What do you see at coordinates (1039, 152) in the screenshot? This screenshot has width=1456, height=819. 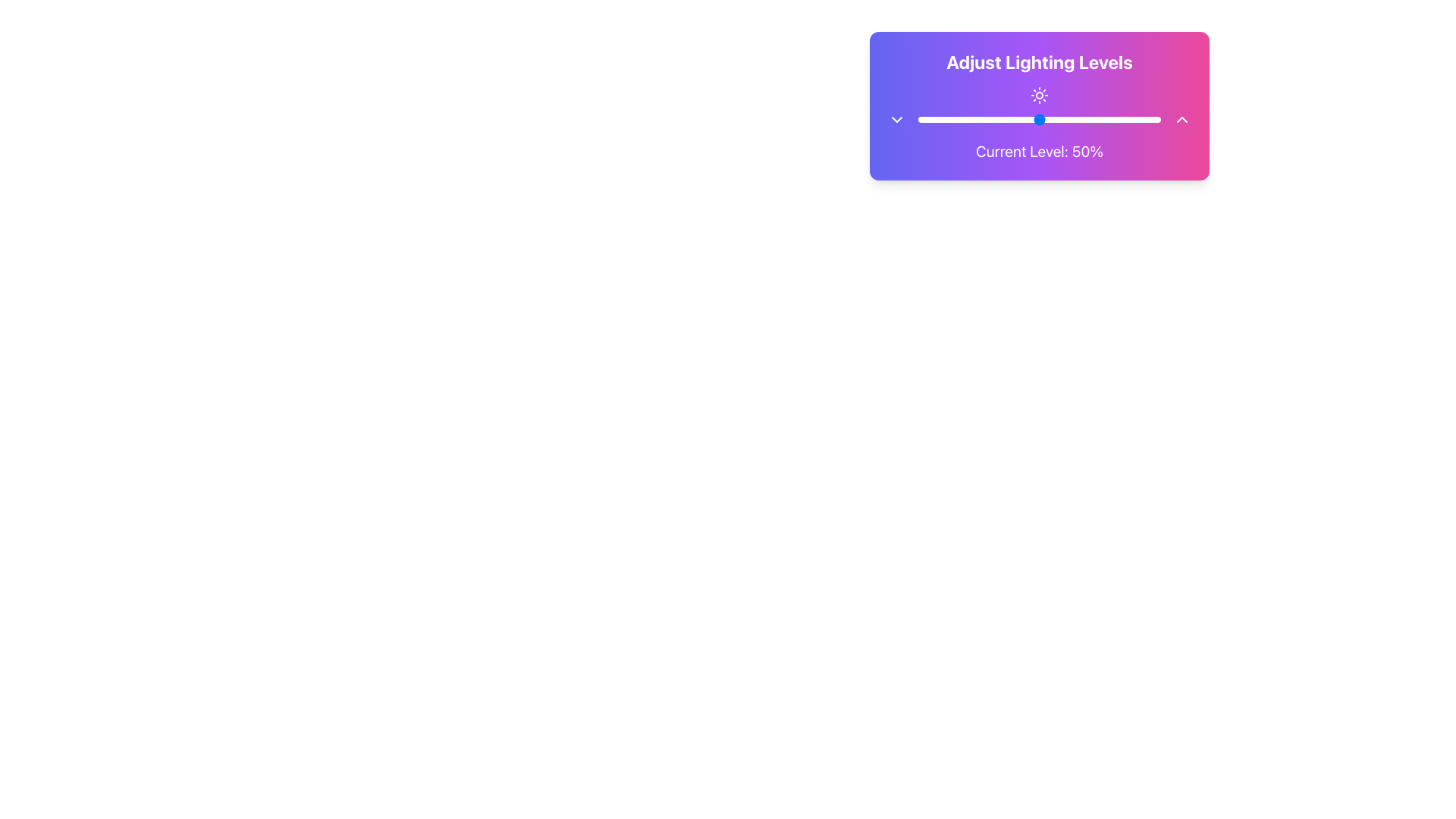 I see `the Text Display that shows 'Current Level: 50%' with white text on a gradient background, located below the lighting adjustment slider` at bounding box center [1039, 152].